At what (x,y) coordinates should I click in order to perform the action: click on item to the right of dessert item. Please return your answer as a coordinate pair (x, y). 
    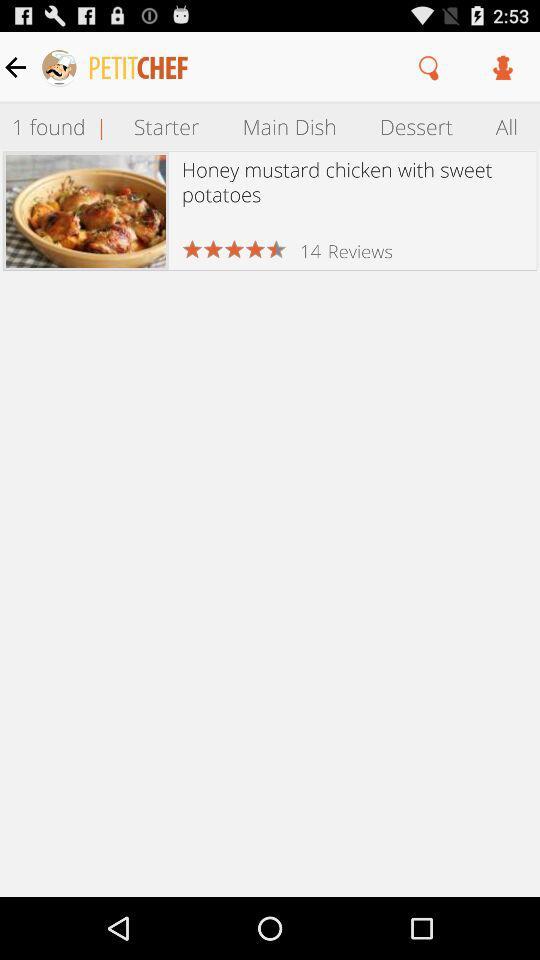
    Looking at the image, I should click on (507, 125).